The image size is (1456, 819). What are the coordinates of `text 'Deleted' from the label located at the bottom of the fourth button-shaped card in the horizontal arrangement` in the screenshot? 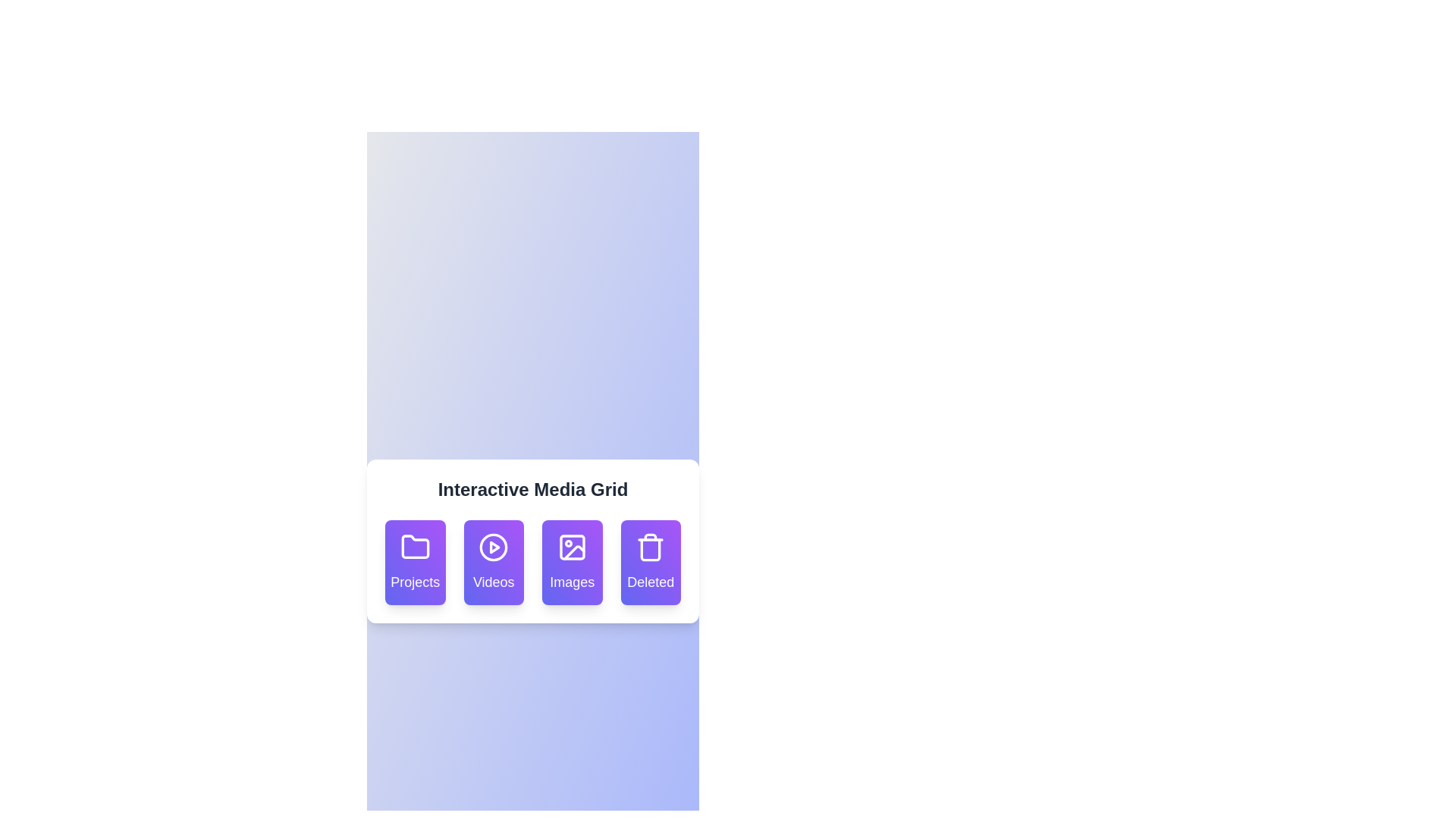 It's located at (651, 581).